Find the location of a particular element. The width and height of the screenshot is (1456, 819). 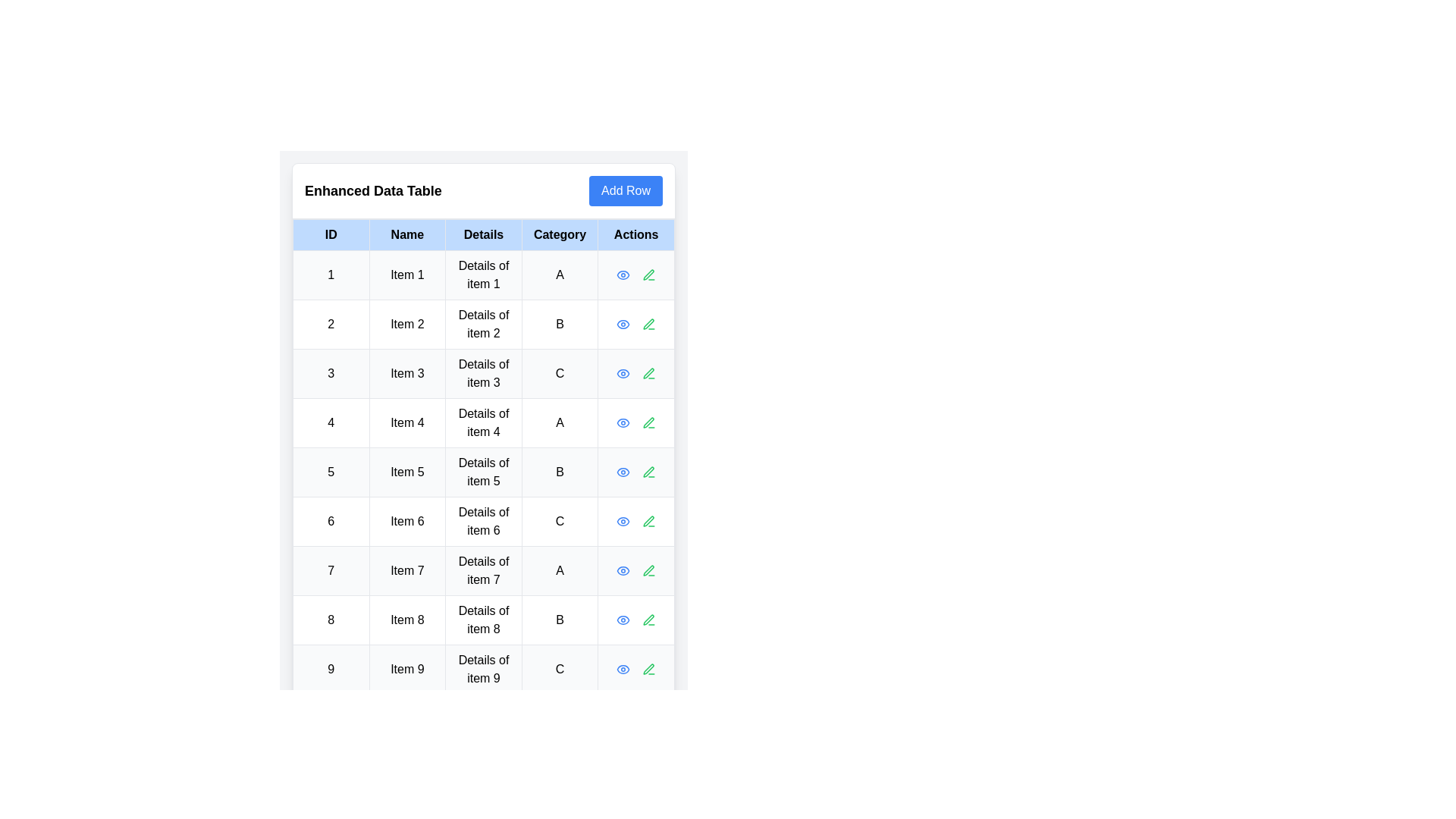

the table cell is located at coordinates (330, 324).